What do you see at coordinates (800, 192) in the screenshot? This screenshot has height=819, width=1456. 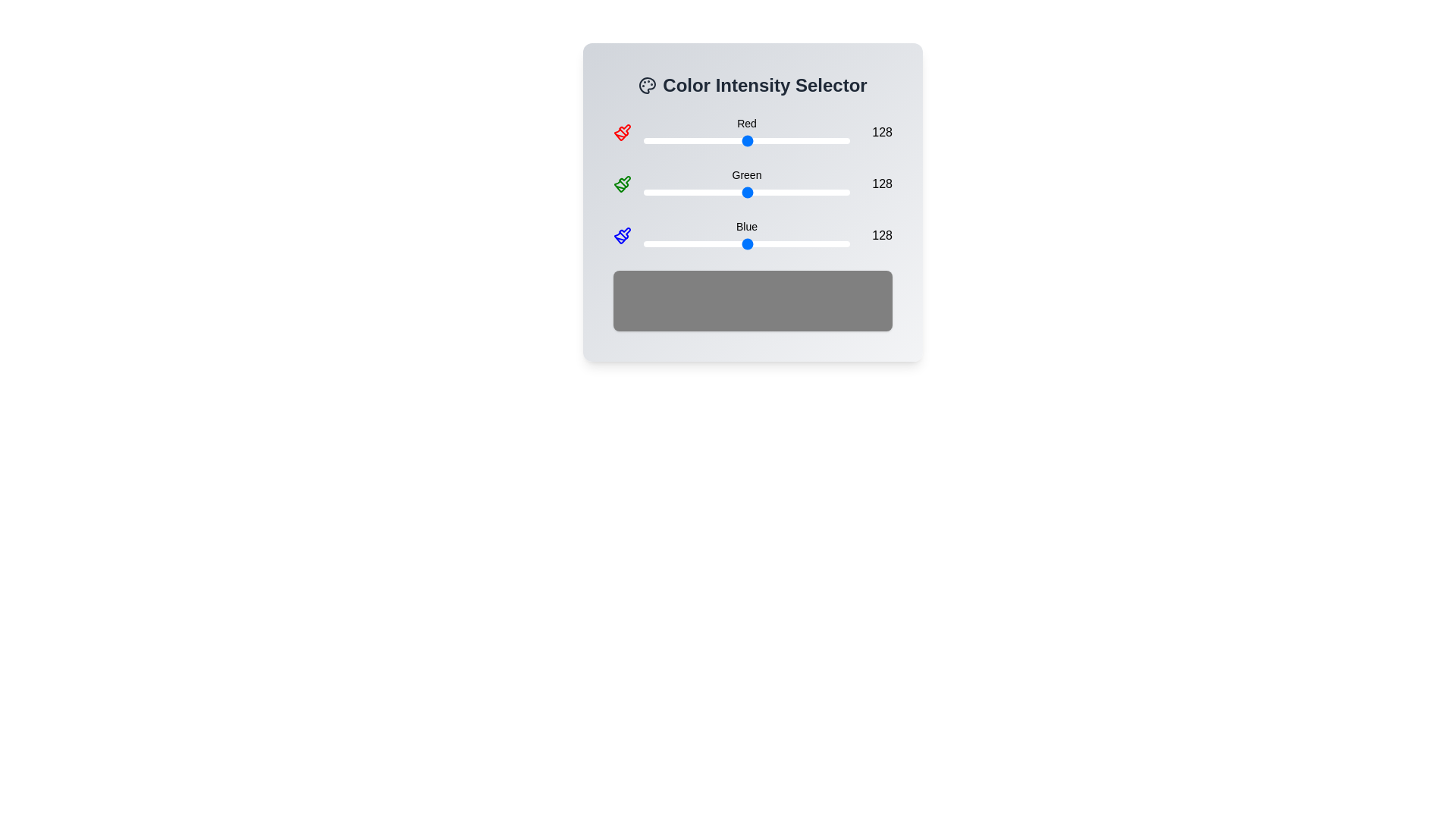 I see `the green intensity` at bounding box center [800, 192].